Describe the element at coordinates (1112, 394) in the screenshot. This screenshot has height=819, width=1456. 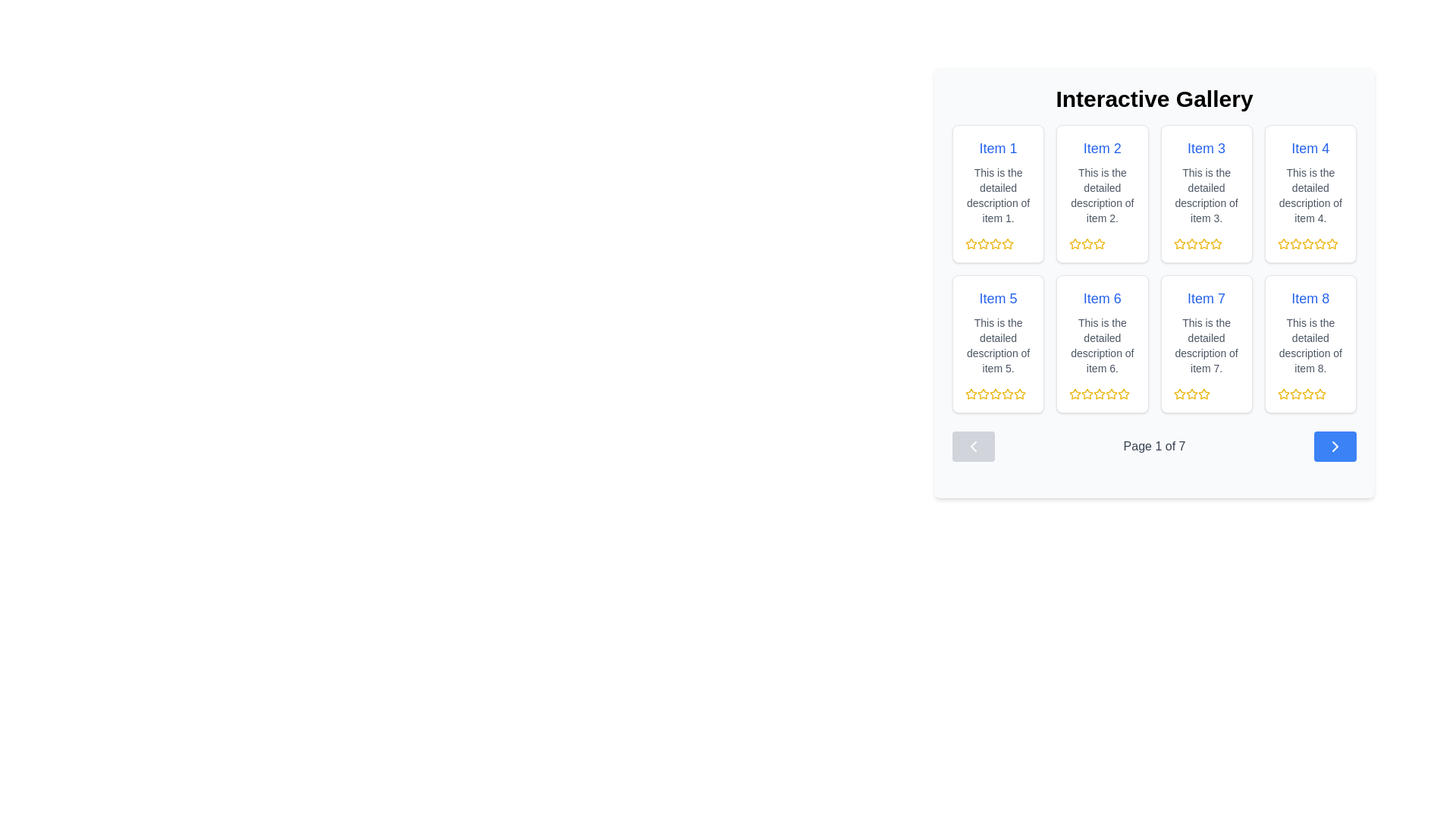
I see `the interactive star icon used for rating under 'Item 6', which is the fifth star in the rating section` at that location.